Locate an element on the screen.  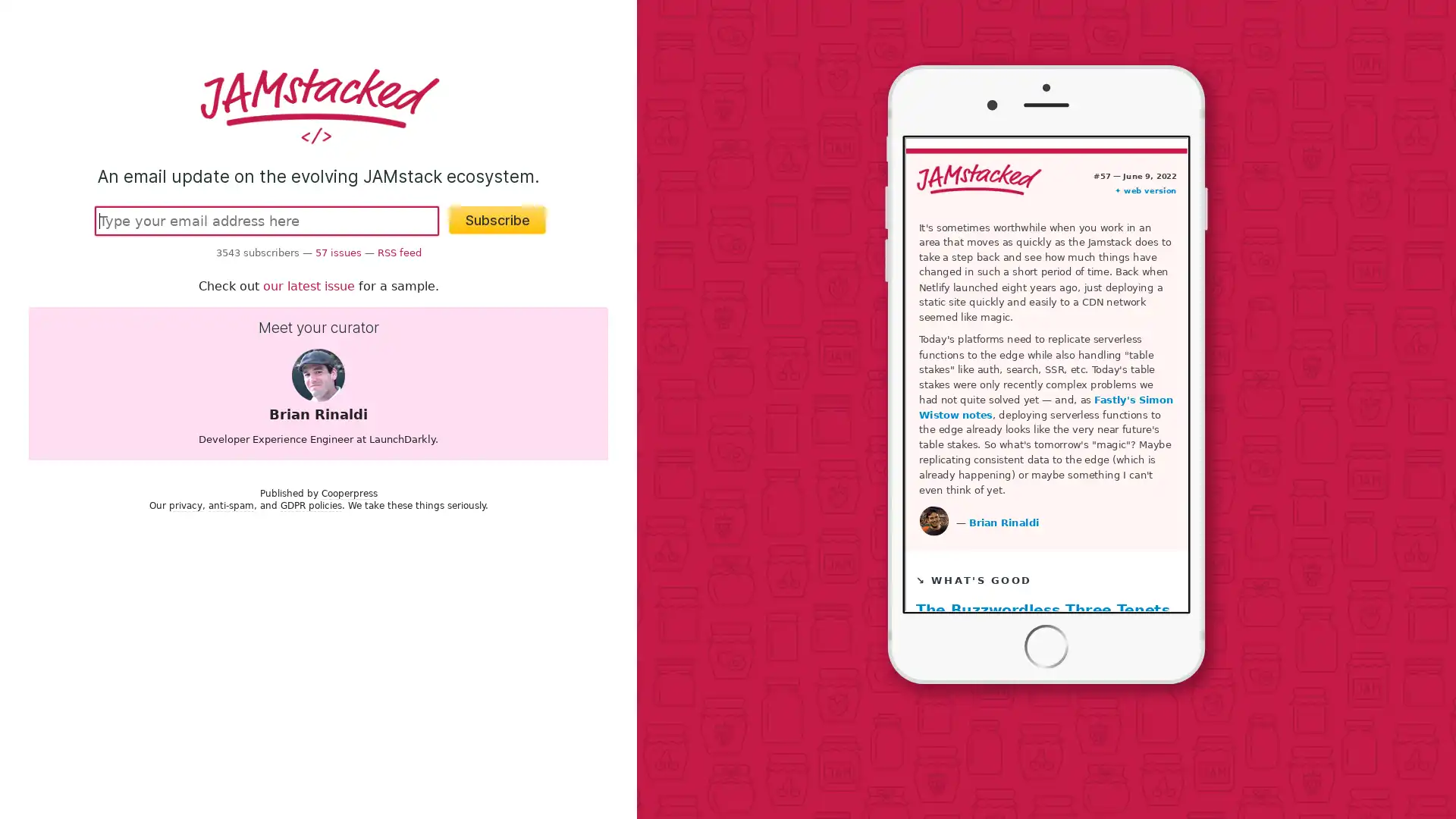
Subscribe is located at coordinates (497, 219).